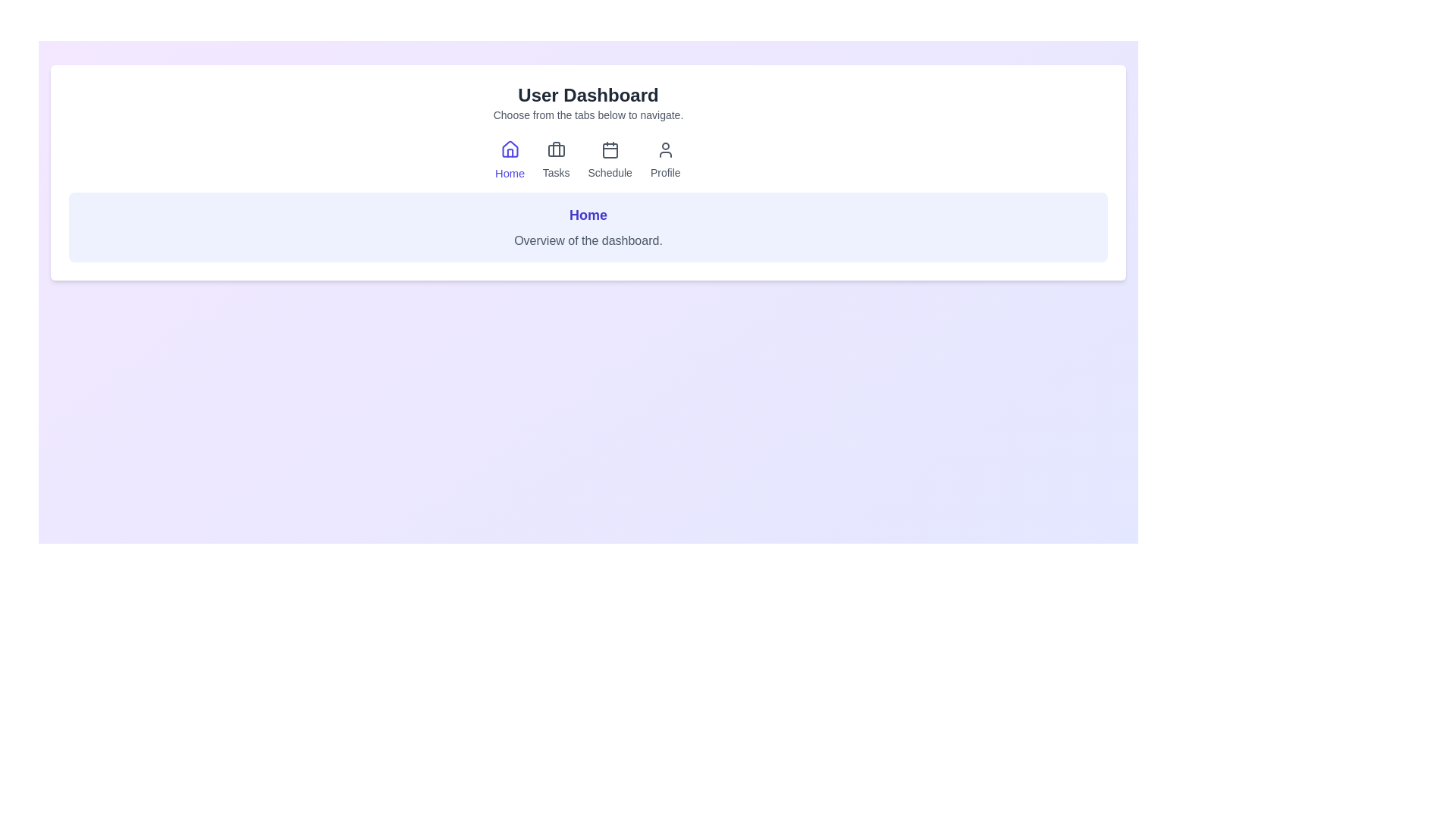 The width and height of the screenshot is (1456, 819). What do you see at coordinates (555, 151) in the screenshot?
I see `rectangular SVG component with curved corners located within the second icon from the left in the toolbar, positioned between the home icon and calendar icon, for design purposes` at bounding box center [555, 151].